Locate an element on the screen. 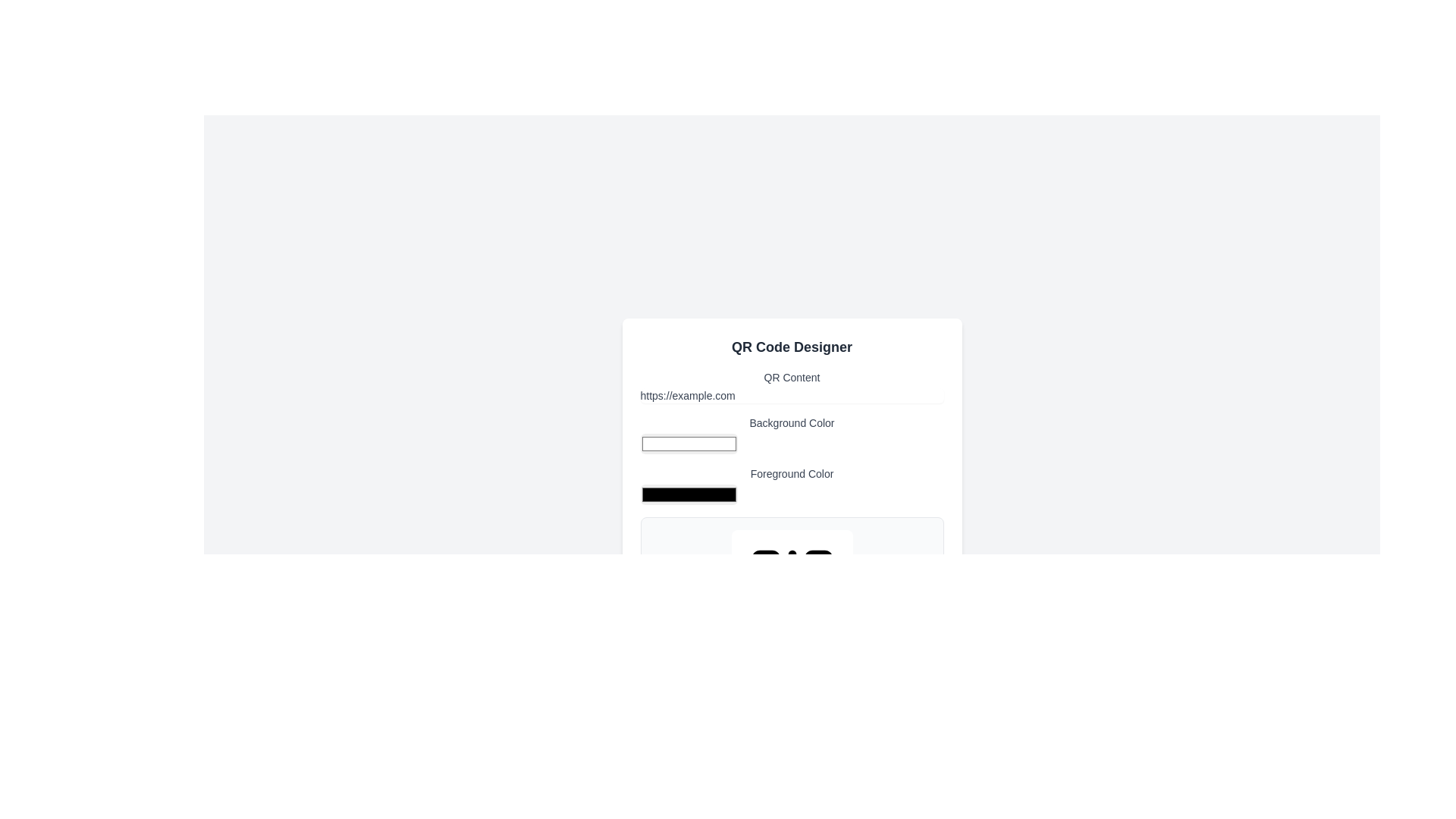 Image resolution: width=1456 pixels, height=819 pixels. the first square shape in the QR code preview, which is a graphical component within an SVG located in the top-left corner is located at coordinates (765, 564).